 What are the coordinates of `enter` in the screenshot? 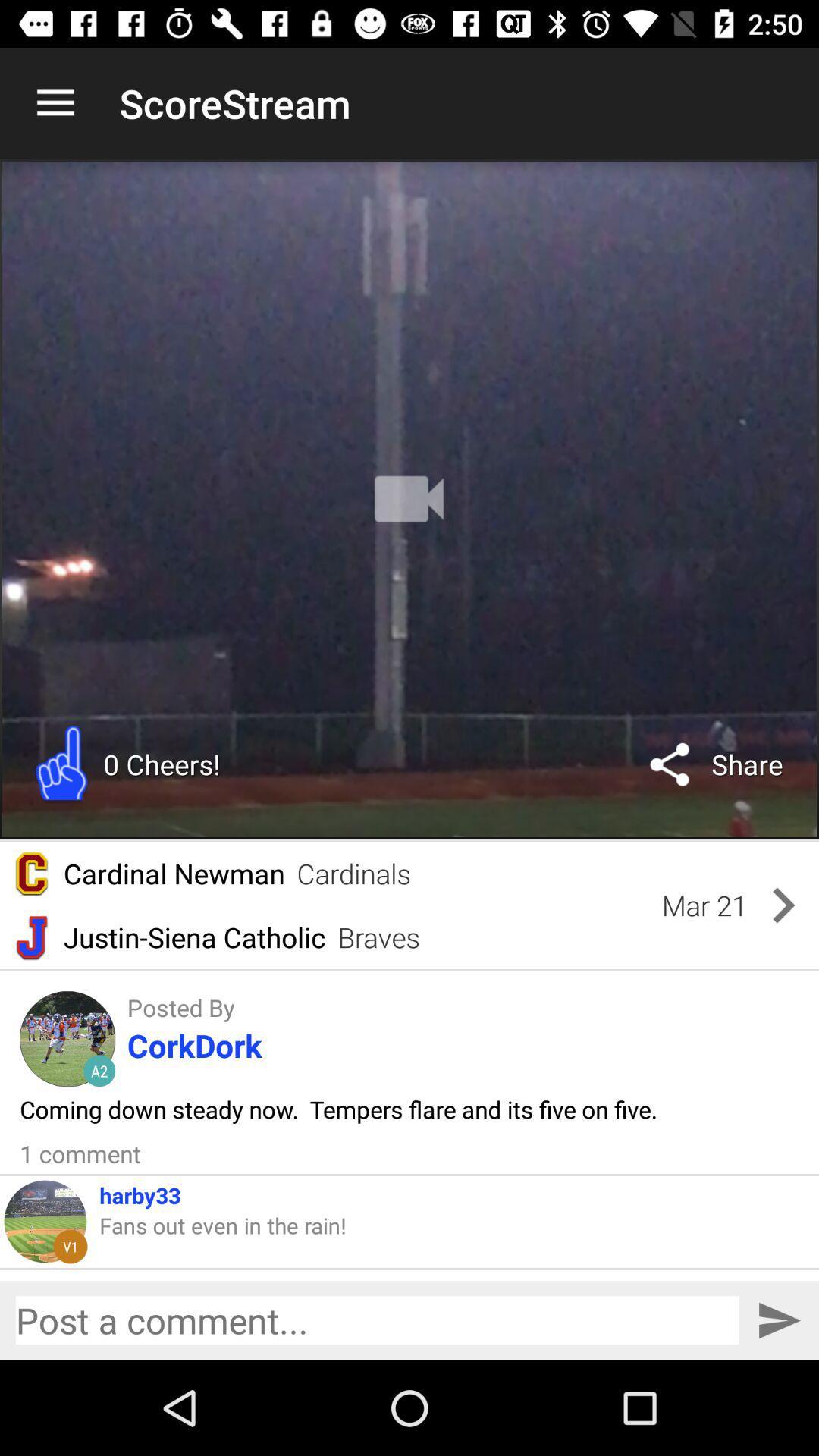 It's located at (779, 1319).